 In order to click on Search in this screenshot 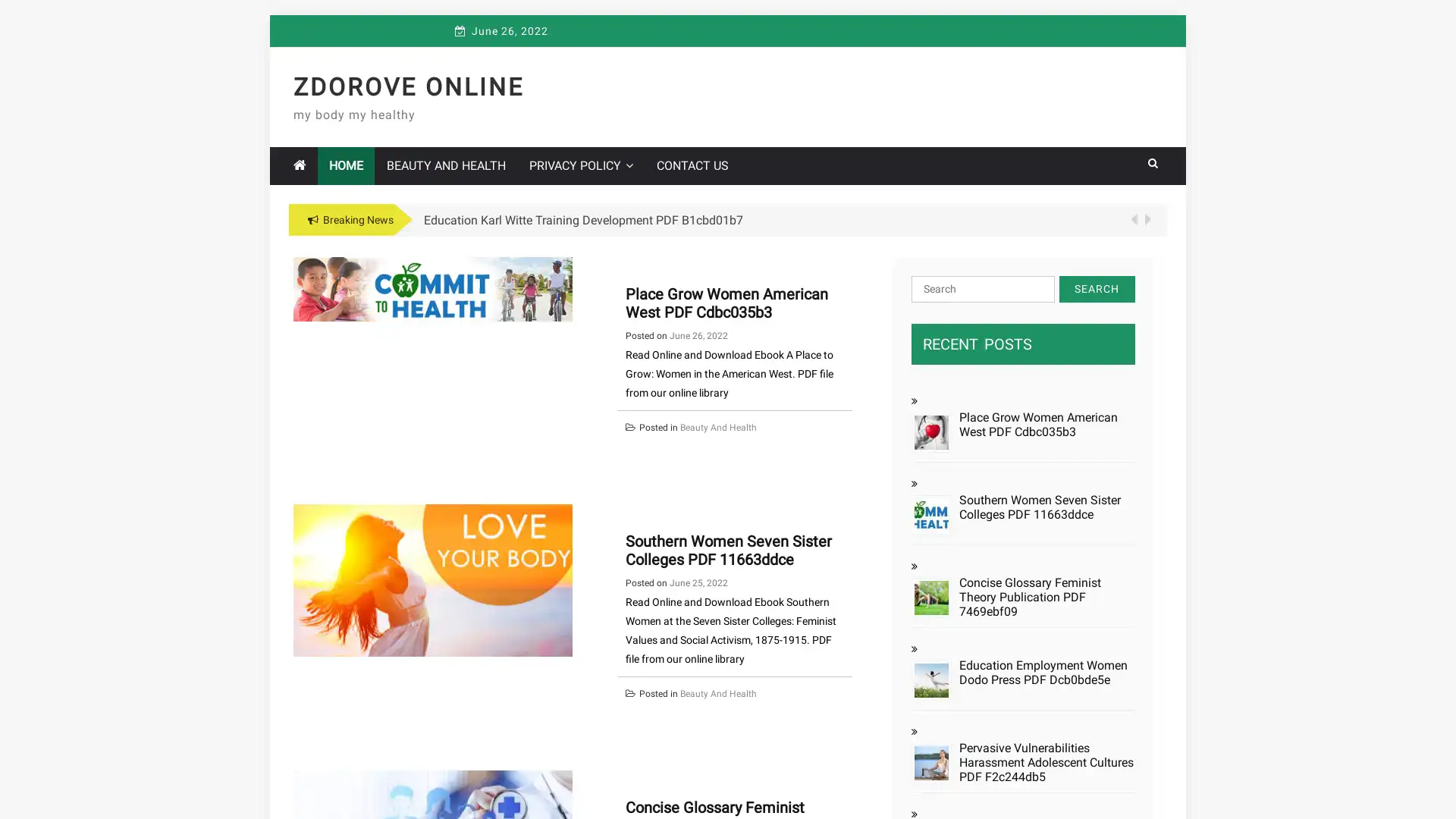, I will do `click(1096, 288)`.